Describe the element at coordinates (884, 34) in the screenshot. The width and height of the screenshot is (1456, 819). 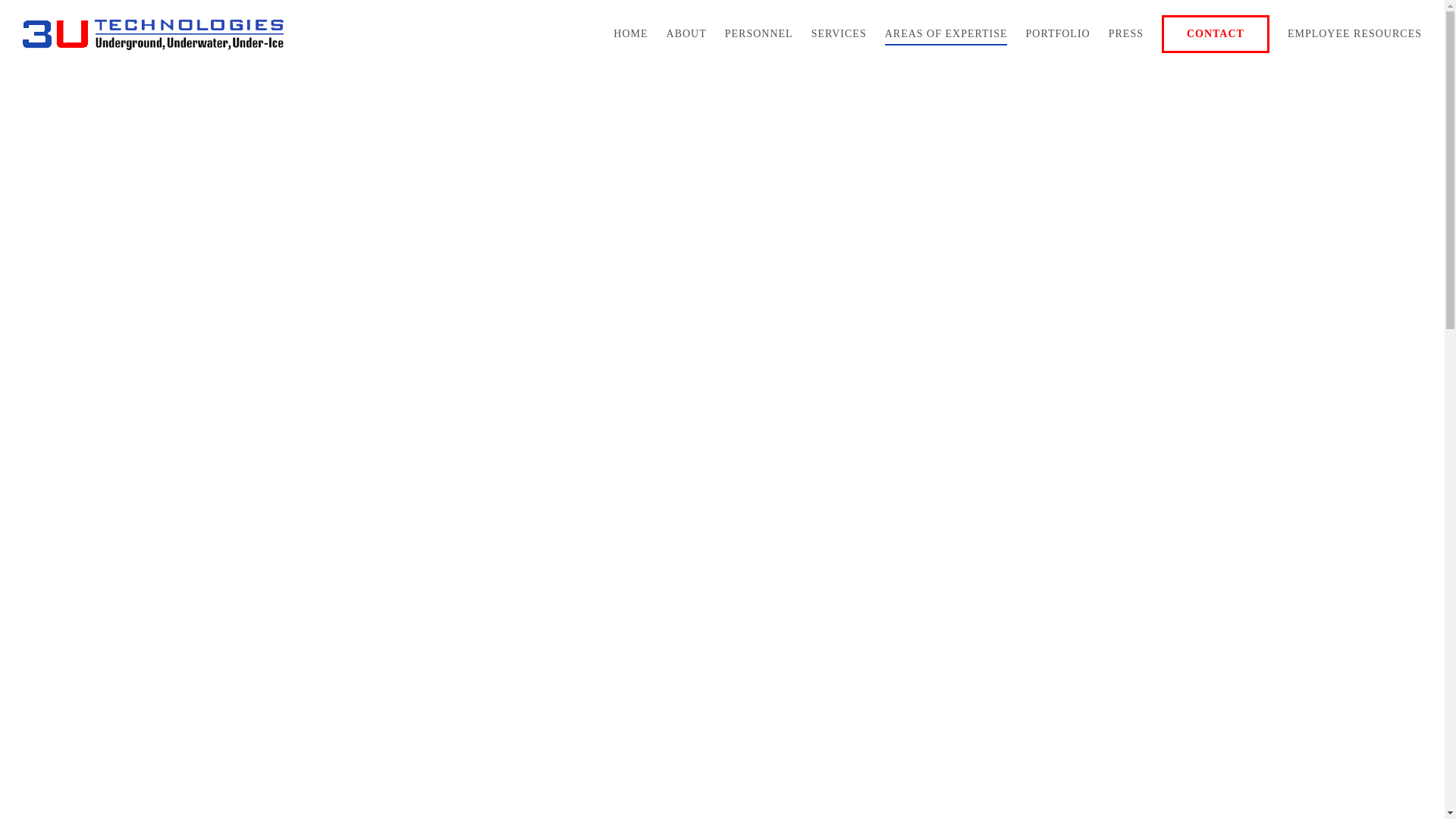
I see `'AREAS OF EXPERTISE'` at that location.